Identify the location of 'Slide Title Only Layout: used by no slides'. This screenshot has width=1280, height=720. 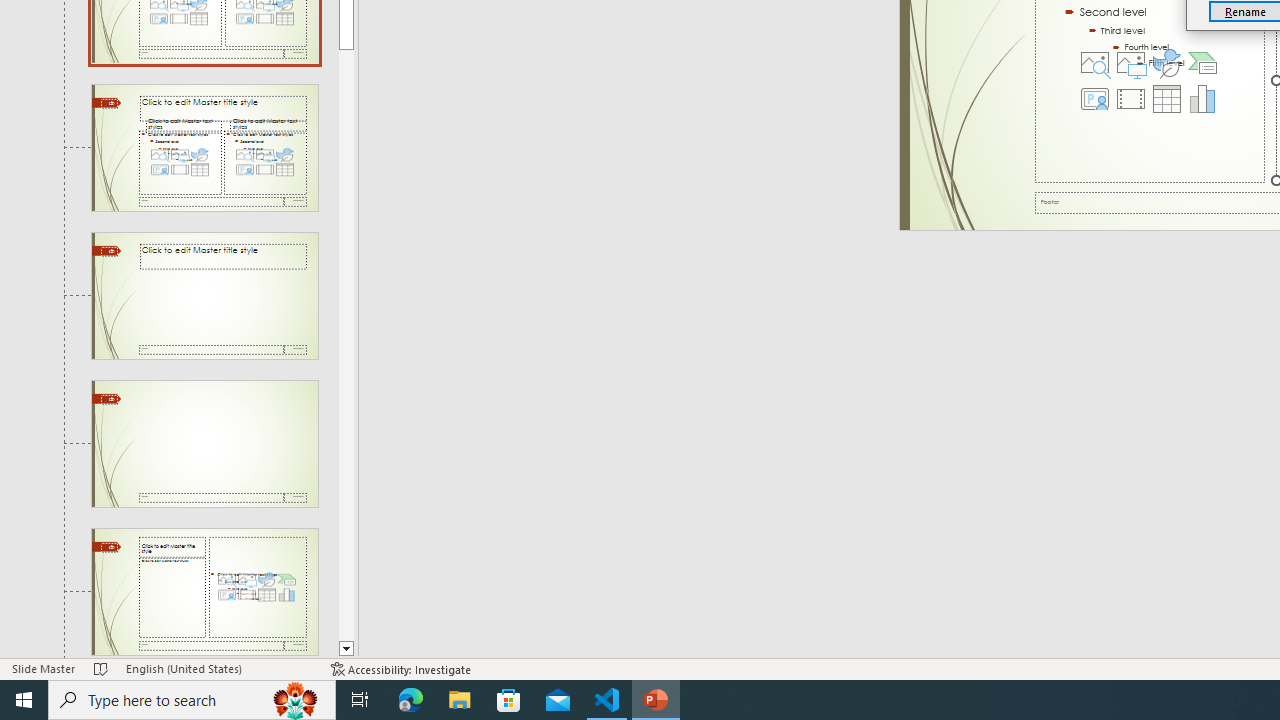
(204, 442).